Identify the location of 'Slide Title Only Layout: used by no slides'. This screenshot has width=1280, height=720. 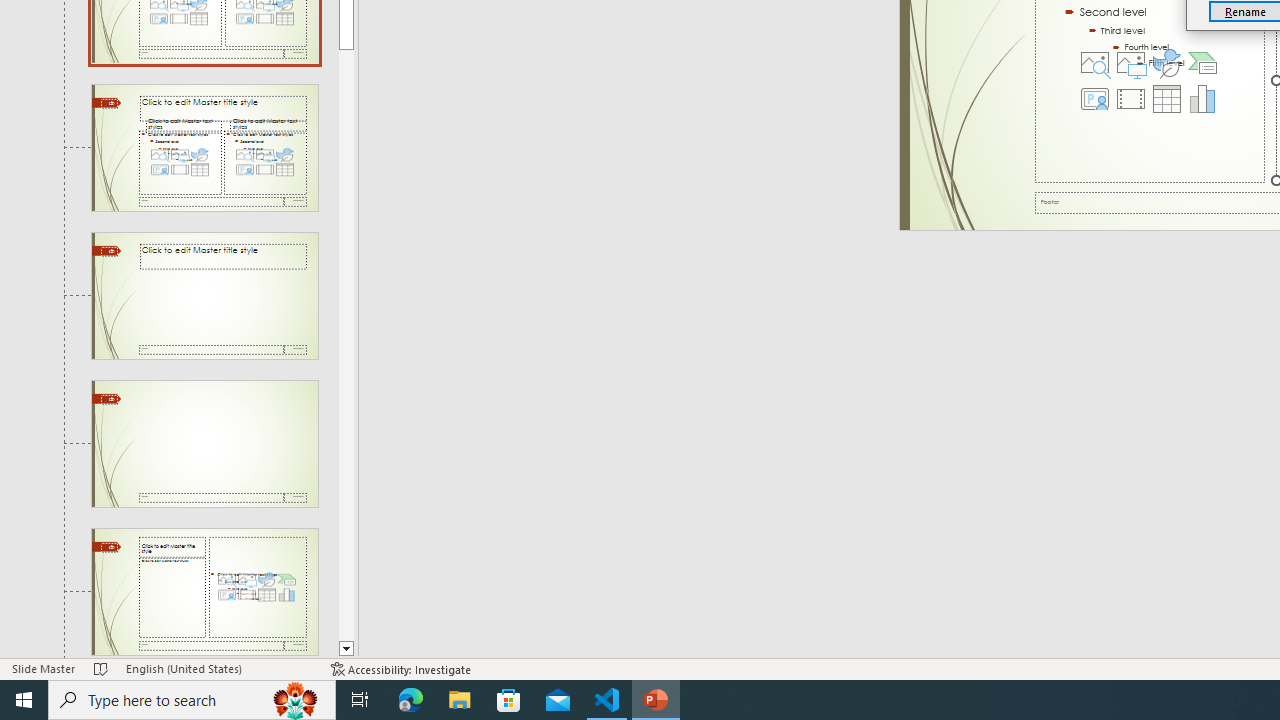
(204, 442).